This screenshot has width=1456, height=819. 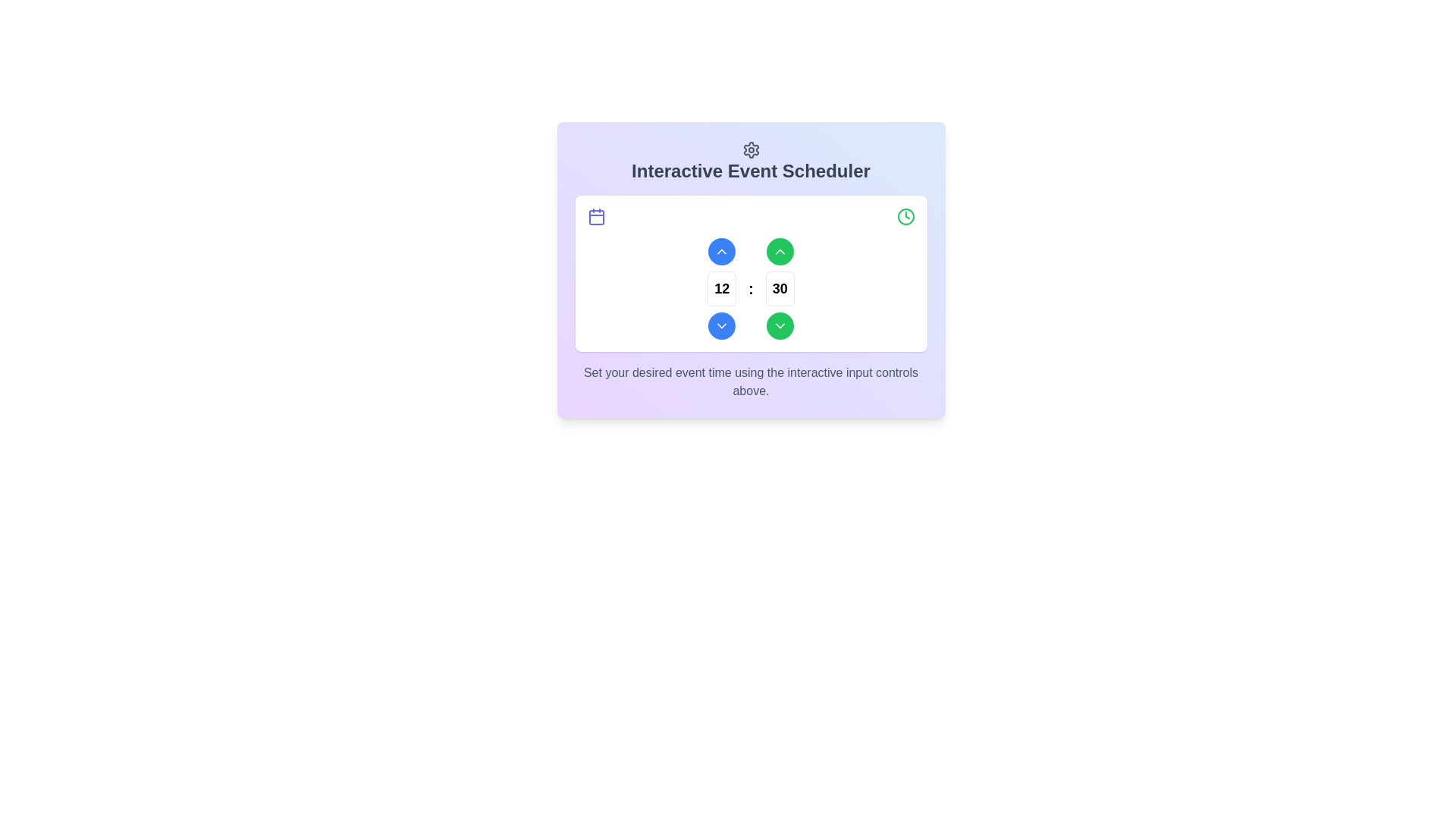 What do you see at coordinates (751, 269) in the screenshot?
I see `the time increment button located within the interactive time scheduler element, which is centrally positioned in the upper half of the visible area` at bounding box center [751, 269].